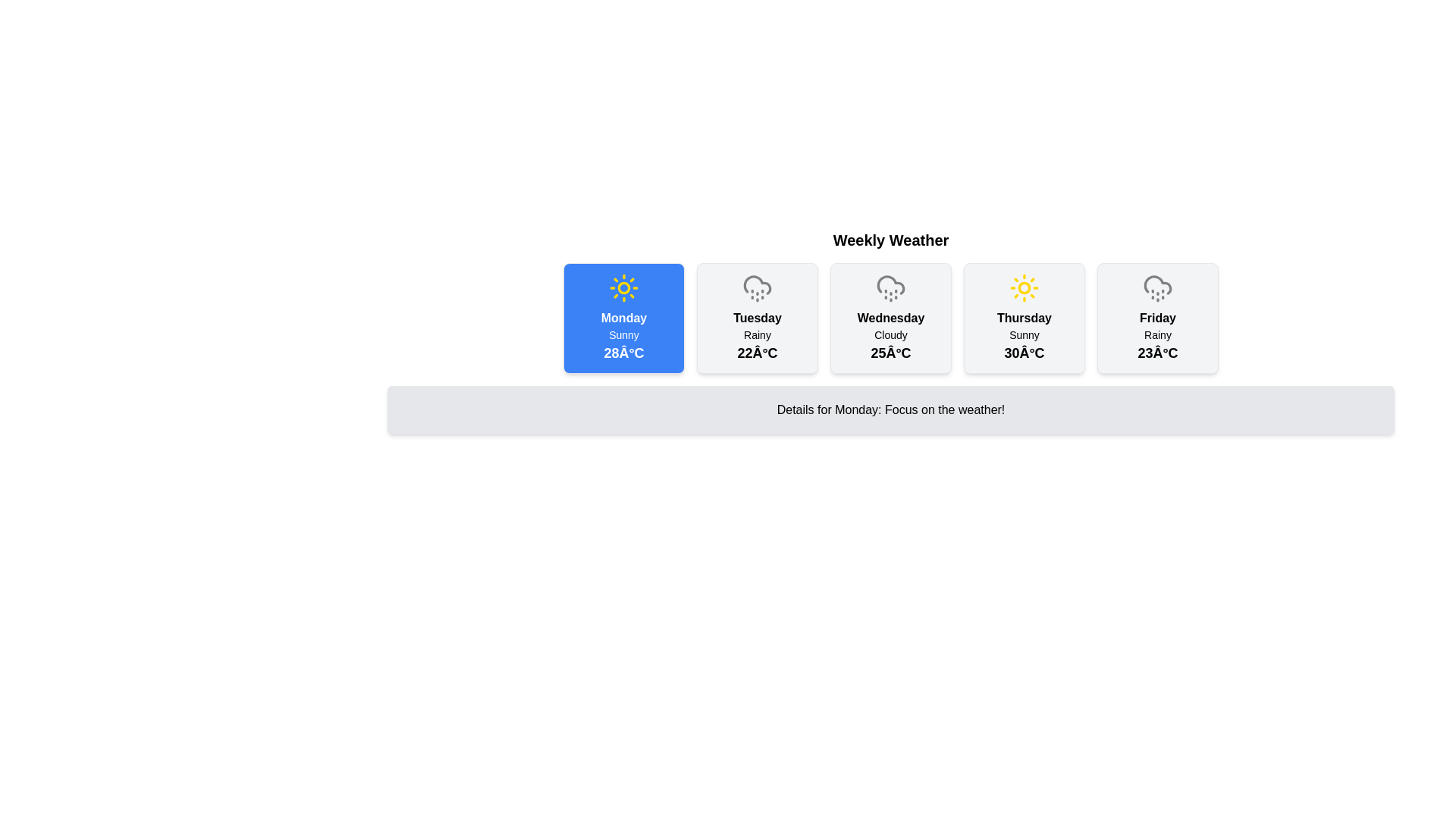  I want to click on the weather condition icon for 'Tuesday', so click(757, 288).